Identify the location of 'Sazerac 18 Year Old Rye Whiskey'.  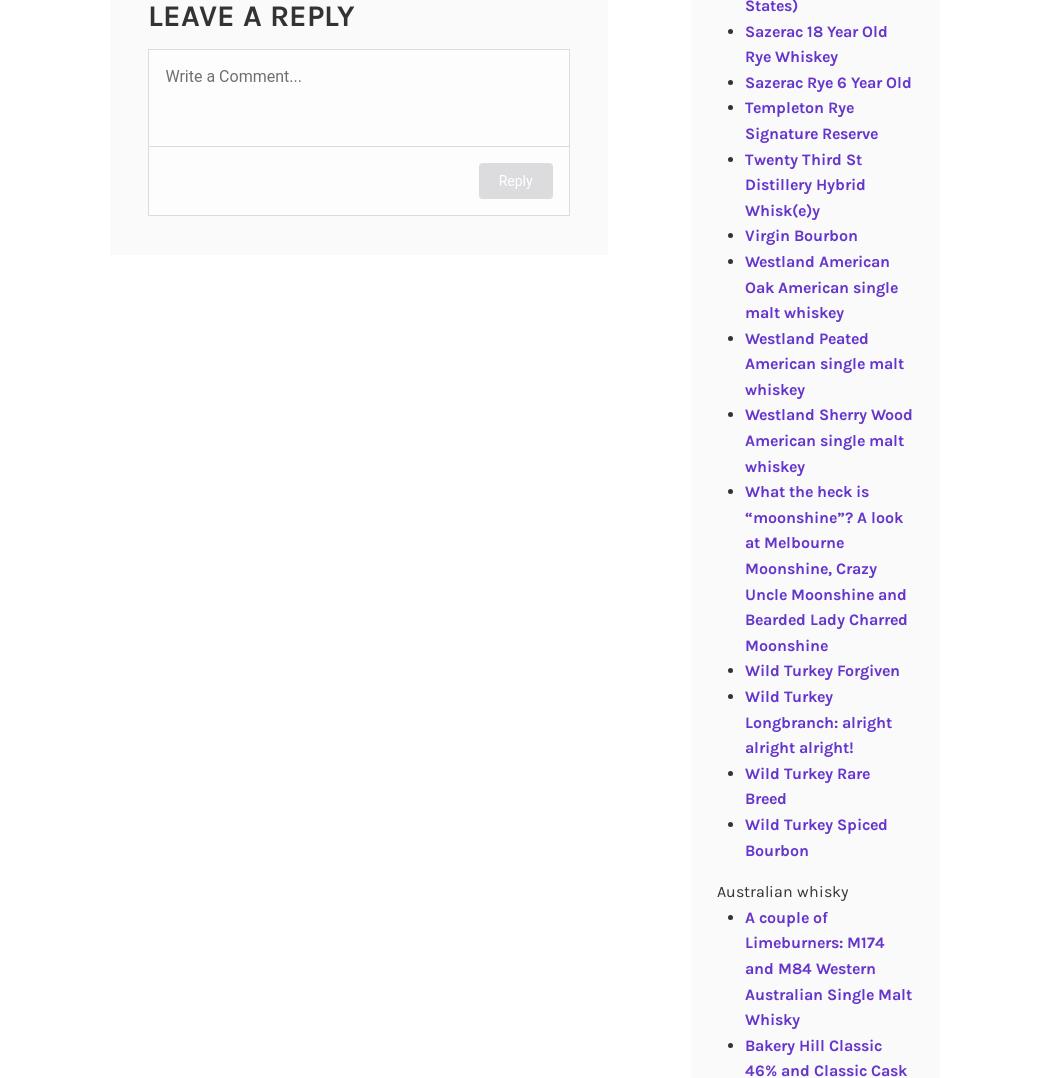
(743, 43).